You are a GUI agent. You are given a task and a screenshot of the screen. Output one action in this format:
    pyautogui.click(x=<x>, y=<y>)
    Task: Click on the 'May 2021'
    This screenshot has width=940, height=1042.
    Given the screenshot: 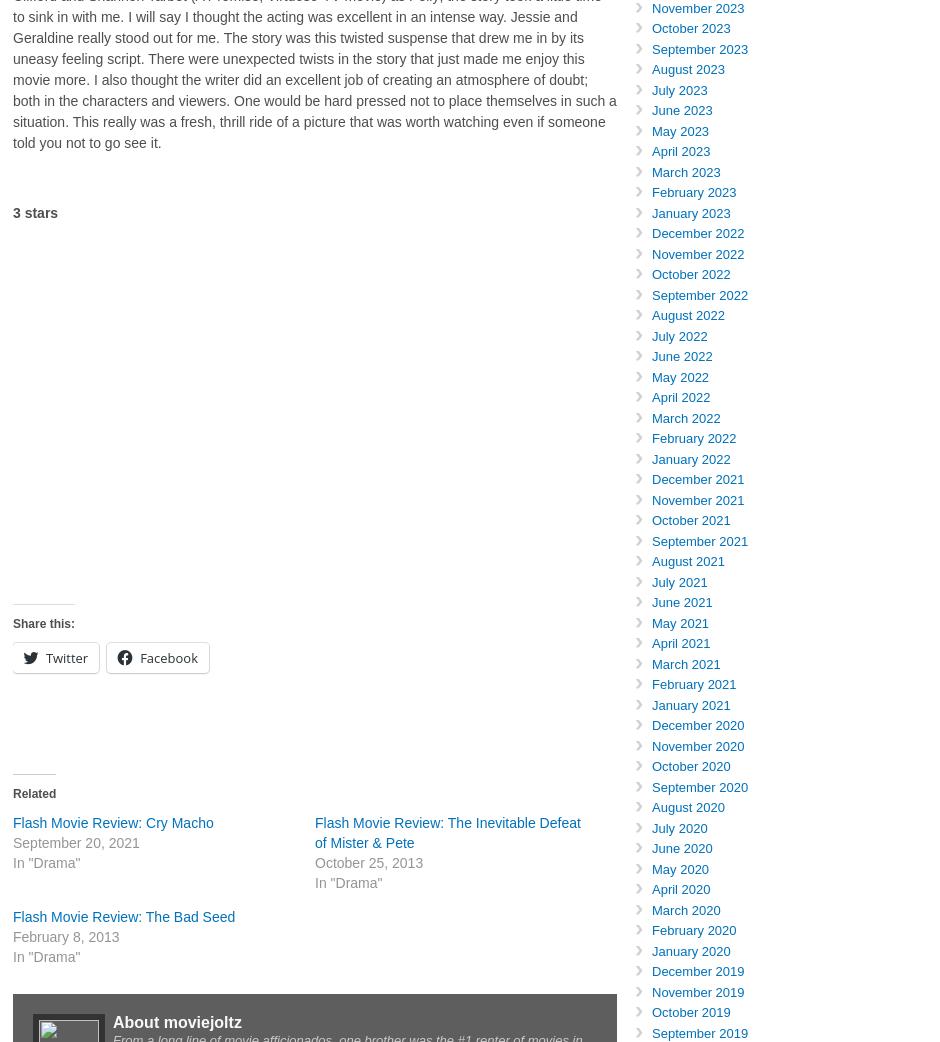 What is the action you would take?
    pyautogui.click(x=679, y=622)
    